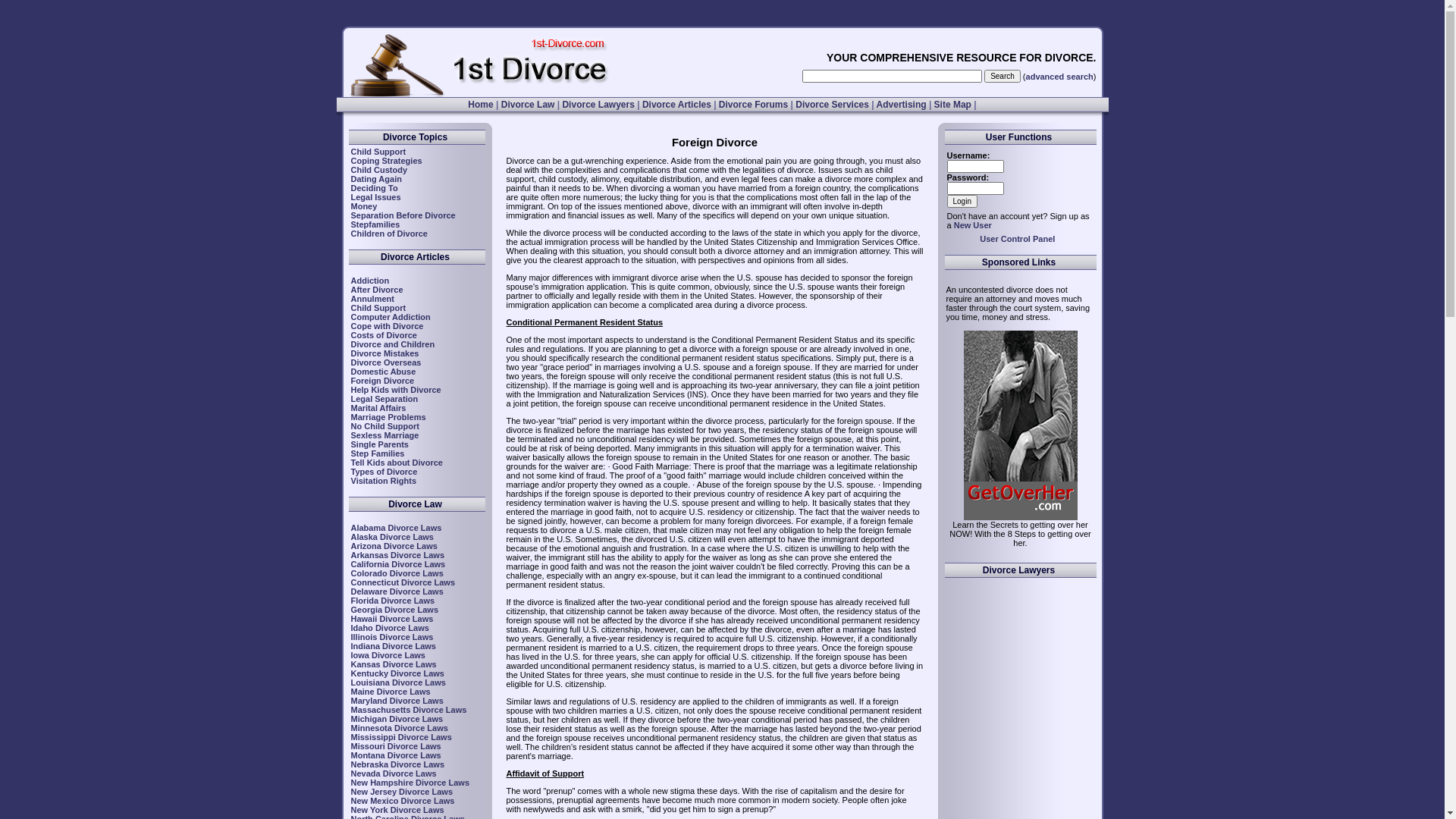 This screenshot has height=819, width=1456. Describe the element at coordinates (349, 536) in the screenshot. I see `'Alaska Divorce Laws'` at that location.